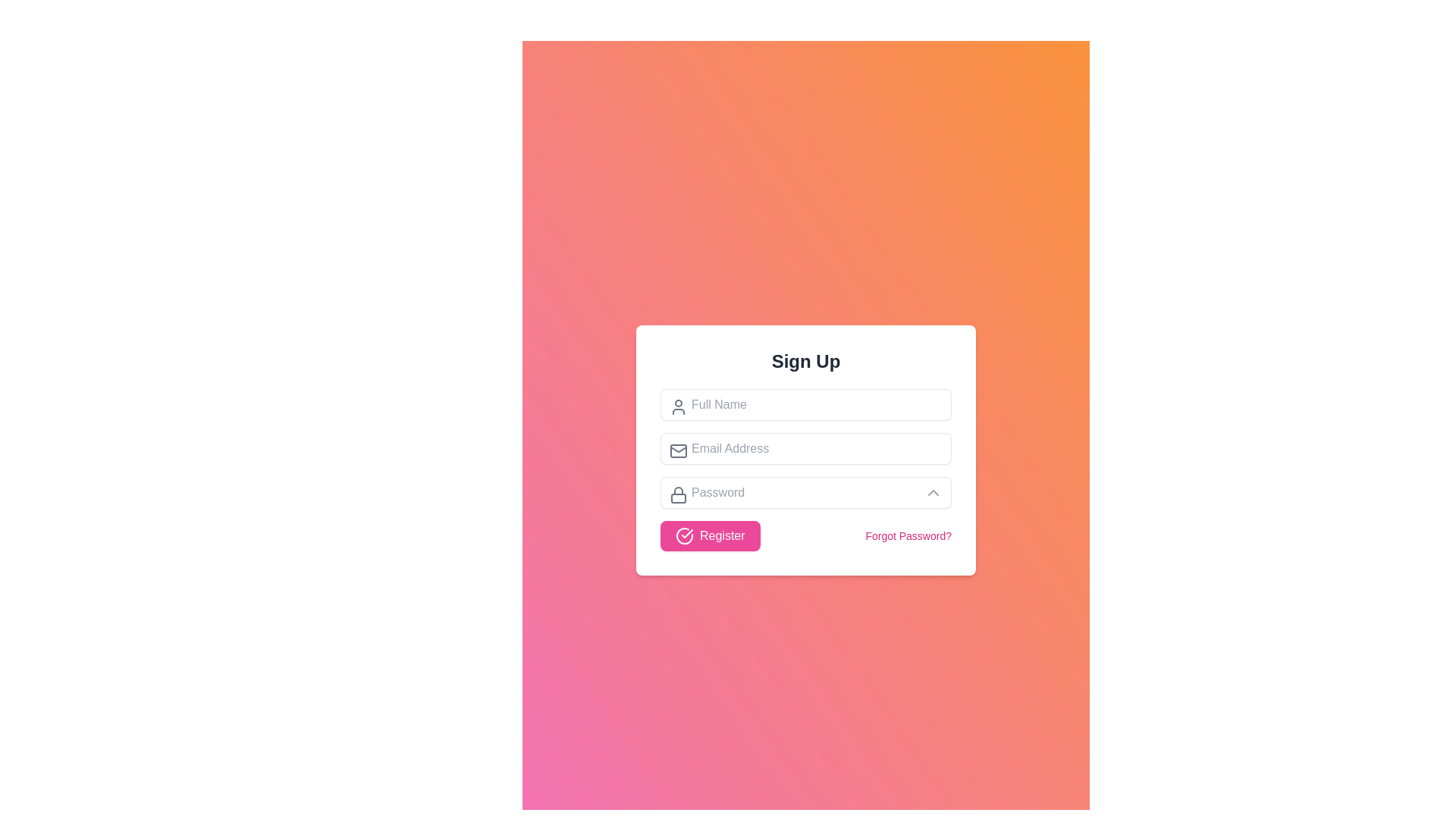 The height and width of the screenshot is (819, 1456). Describe the element at coordinates (677, 494) in the screenshot. I see `the gray lock icon located on the left side of the 'Password' input field` at that location.